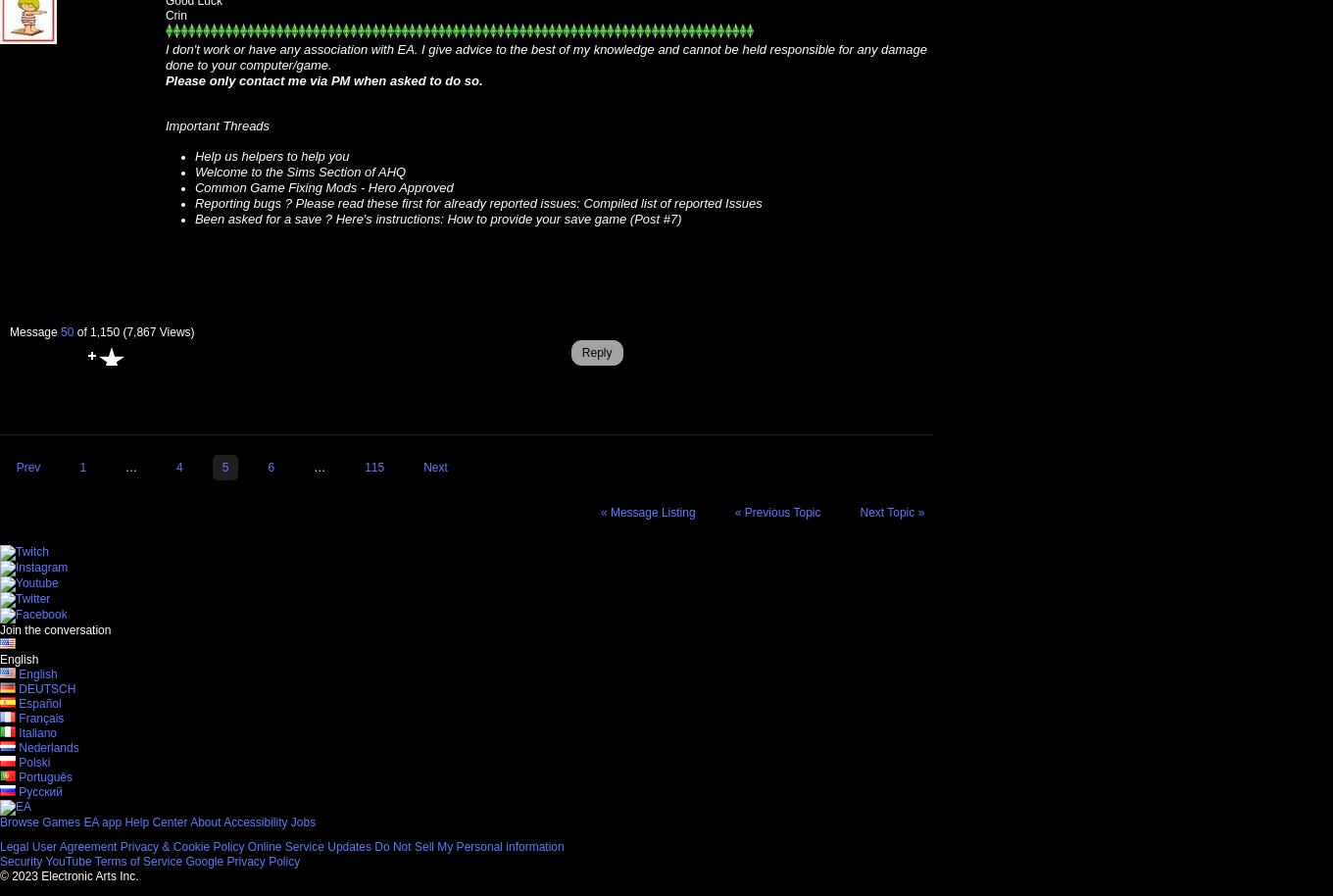 The image size is (1333, 896). Describe the element at coordinates (45, 775) in the screenshot. I see `'Português'` at that location.